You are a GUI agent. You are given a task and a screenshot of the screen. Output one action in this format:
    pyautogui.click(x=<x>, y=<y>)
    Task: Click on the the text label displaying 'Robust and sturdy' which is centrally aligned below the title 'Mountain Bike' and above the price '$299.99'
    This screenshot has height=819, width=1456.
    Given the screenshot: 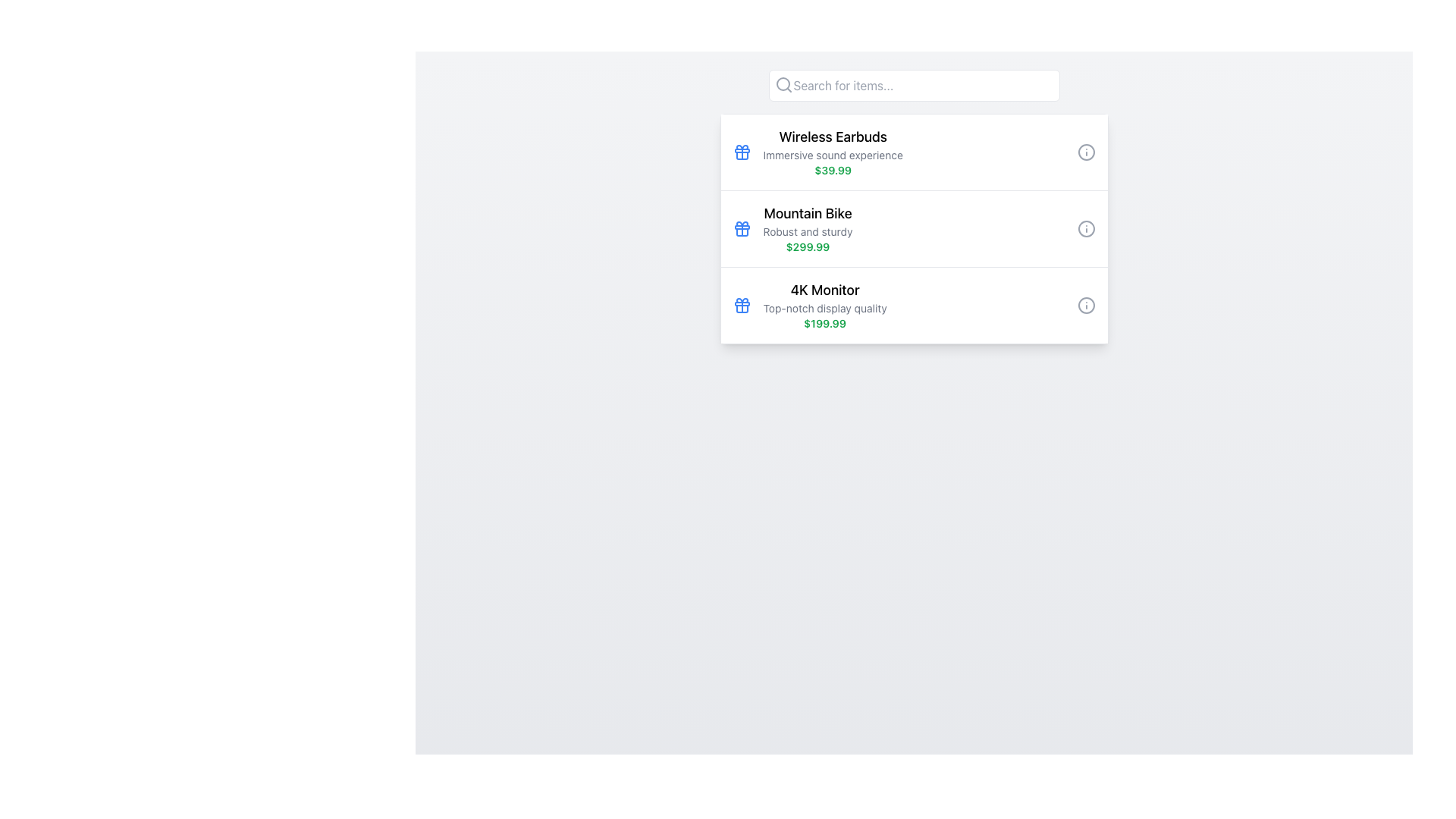 What is the action you would take?
    pyautogui.click(x=807, y=231)
    